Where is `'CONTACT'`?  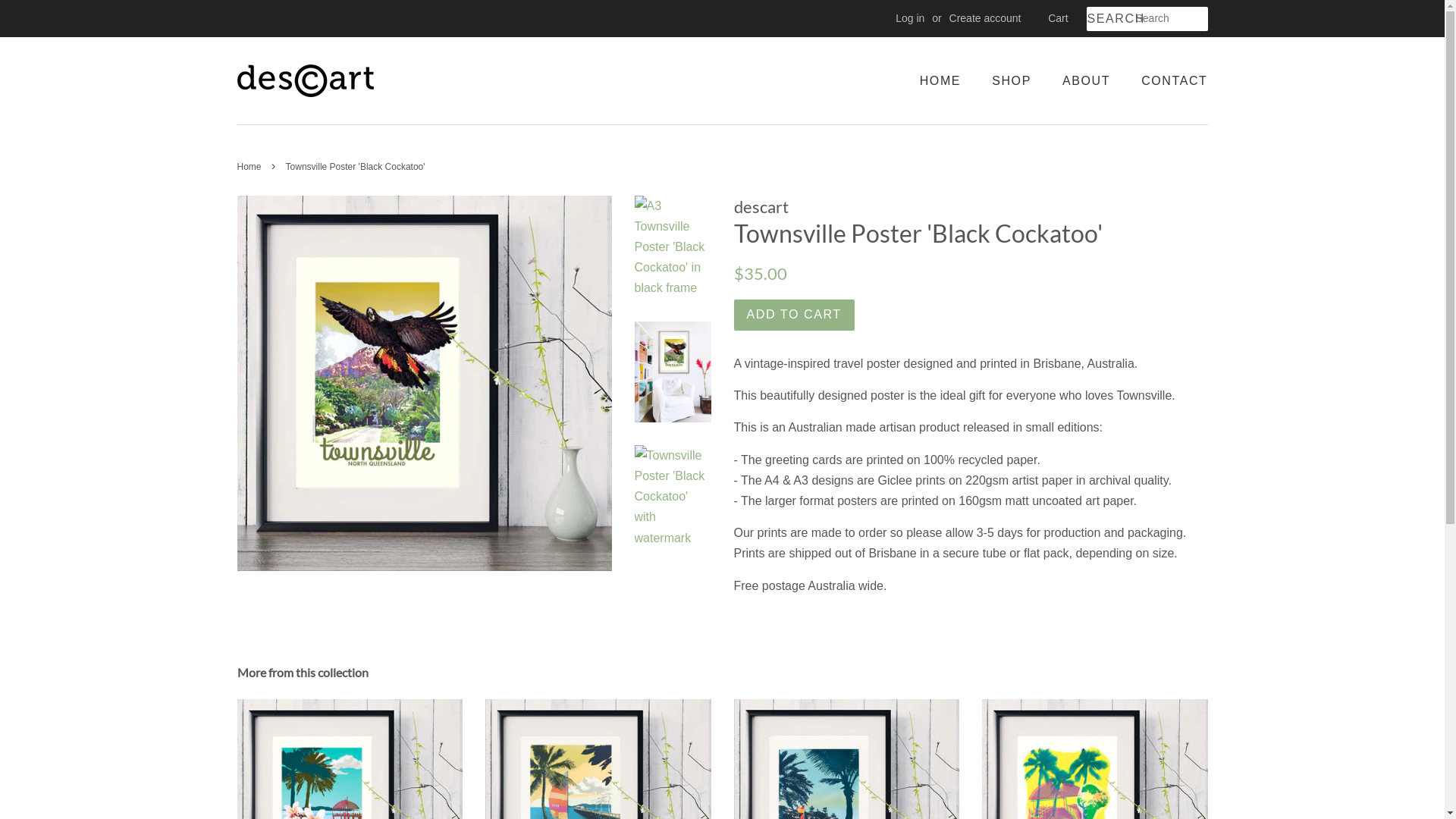
'CONTACT' is located at coordinates (1129, 80).